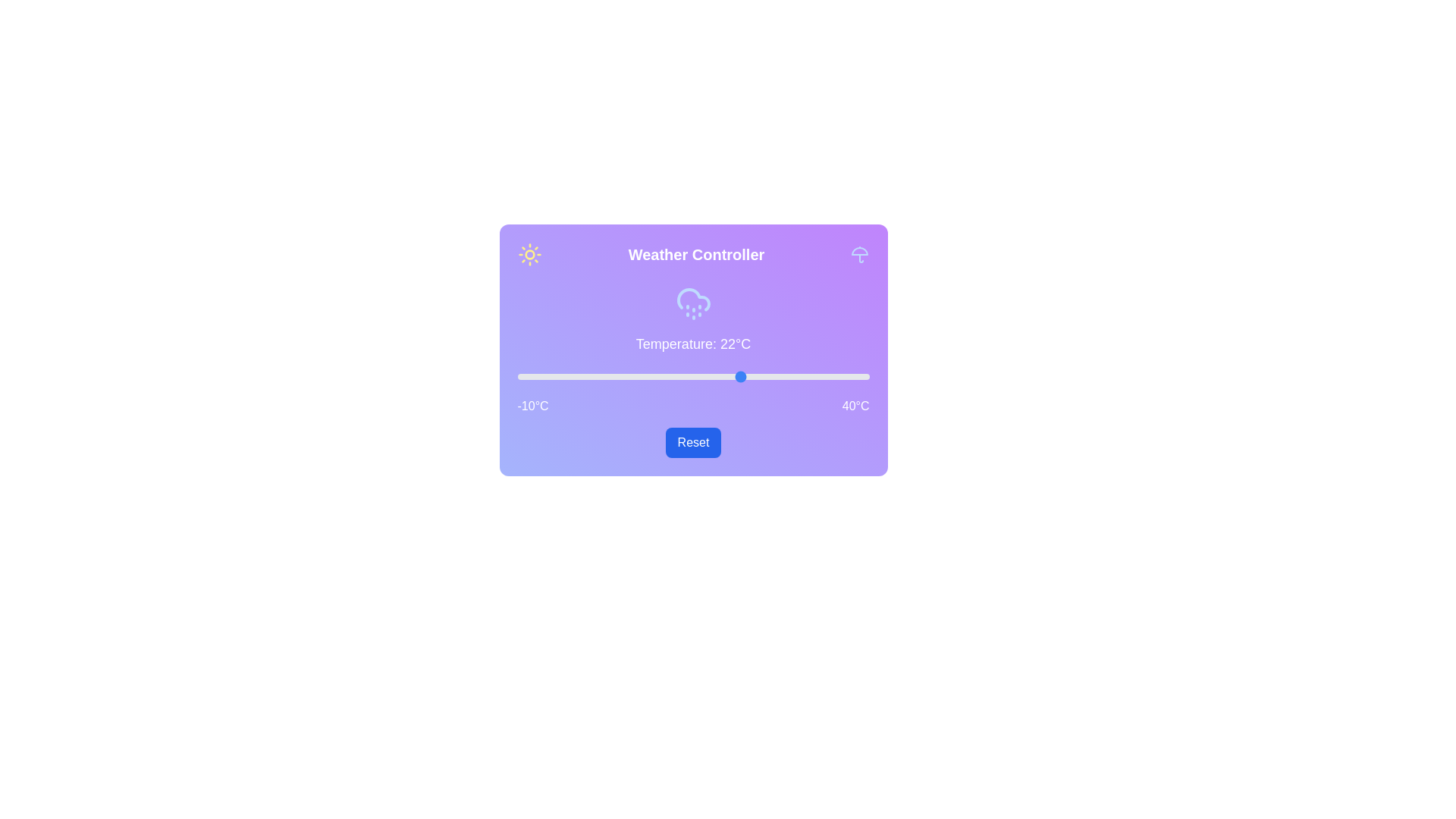 The width and height of the screenshot is (1456, 819). What do you see at coordinates (692, 442) in the screenshot?
I see `Reset button to reset the temperature to its default value` at bounding box center [692, 442].